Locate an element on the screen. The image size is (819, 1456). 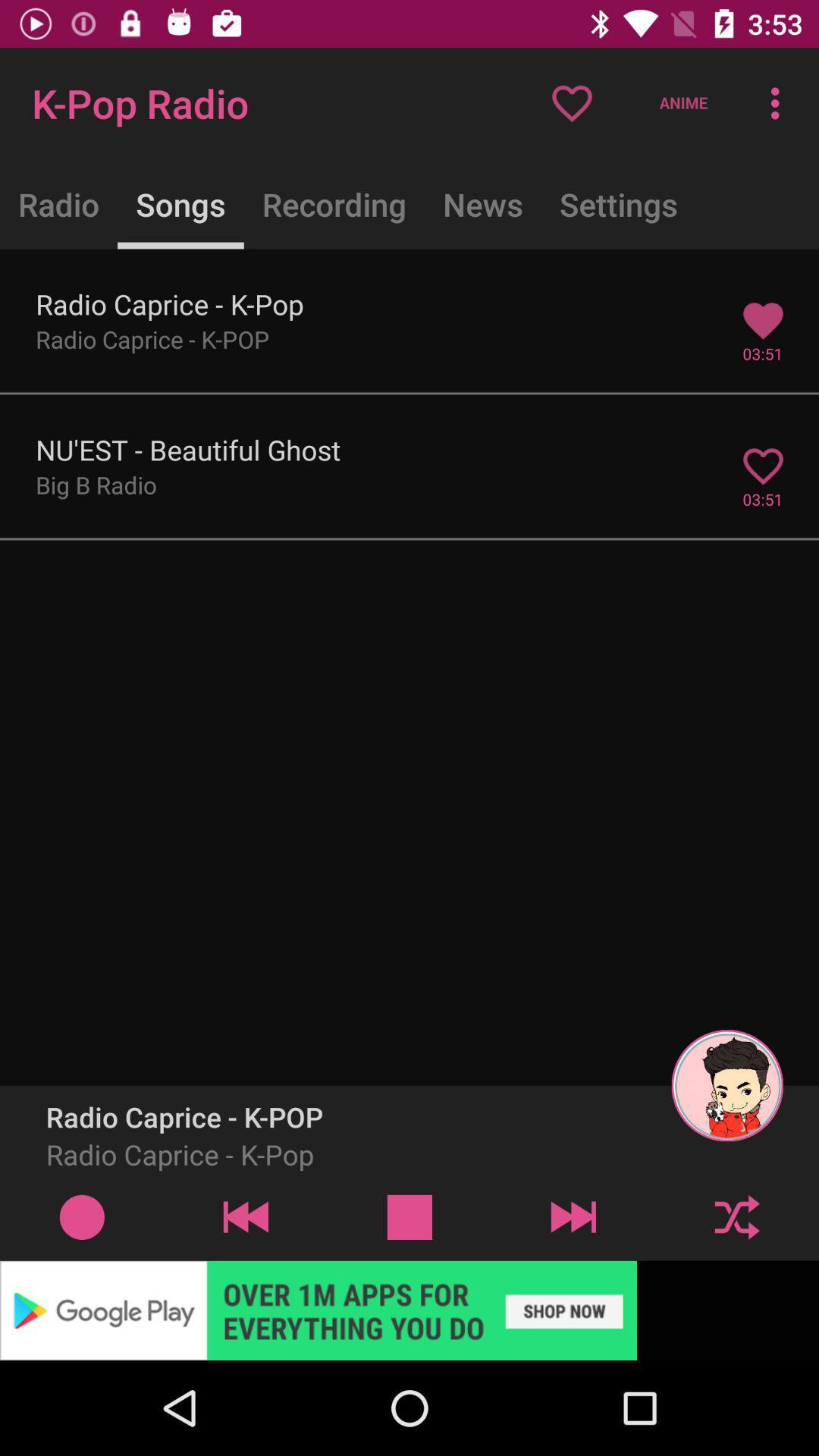
the heart is located at coordinates (572, 103).